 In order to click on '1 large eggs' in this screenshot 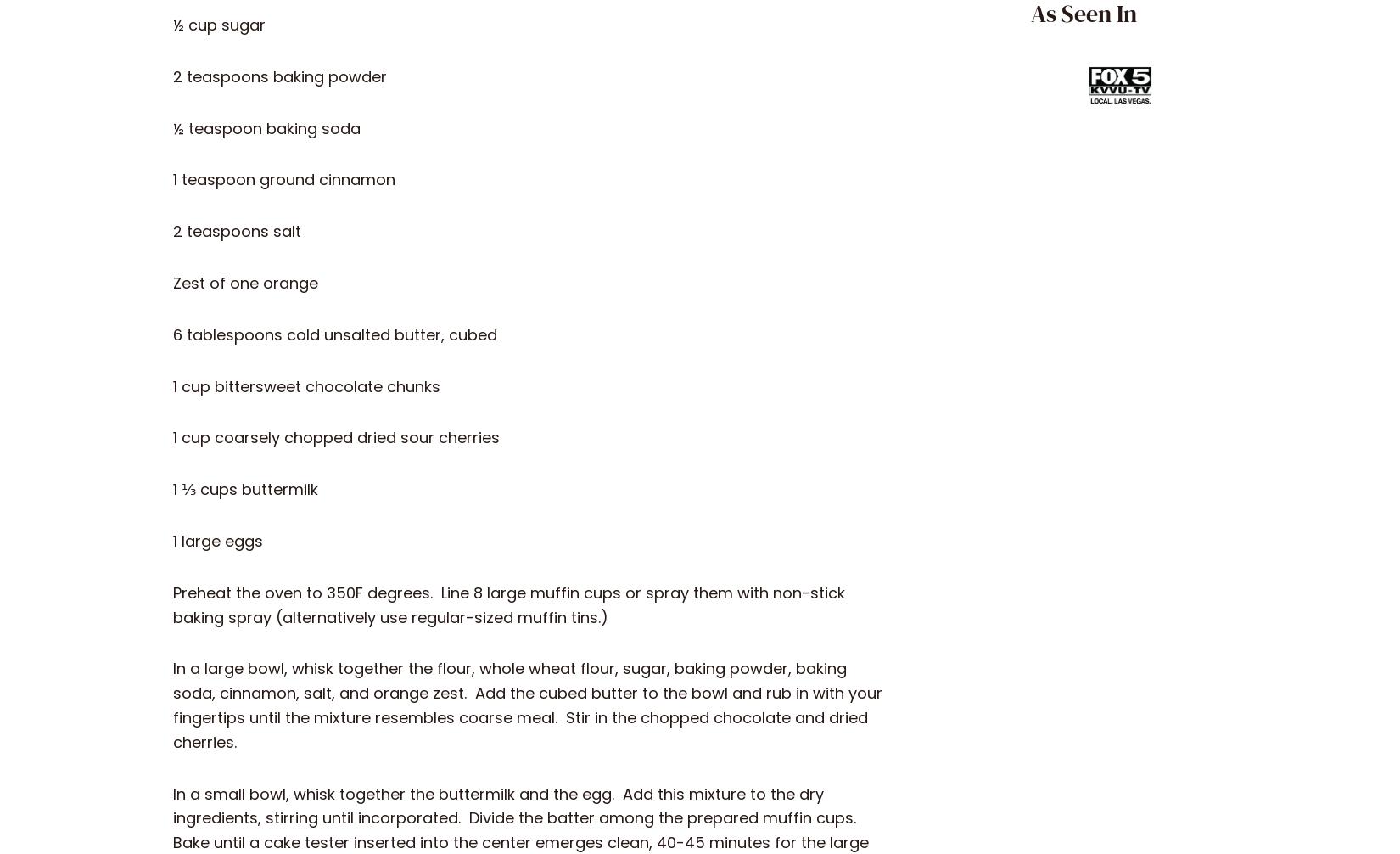, I will do `click(218, 541)`.